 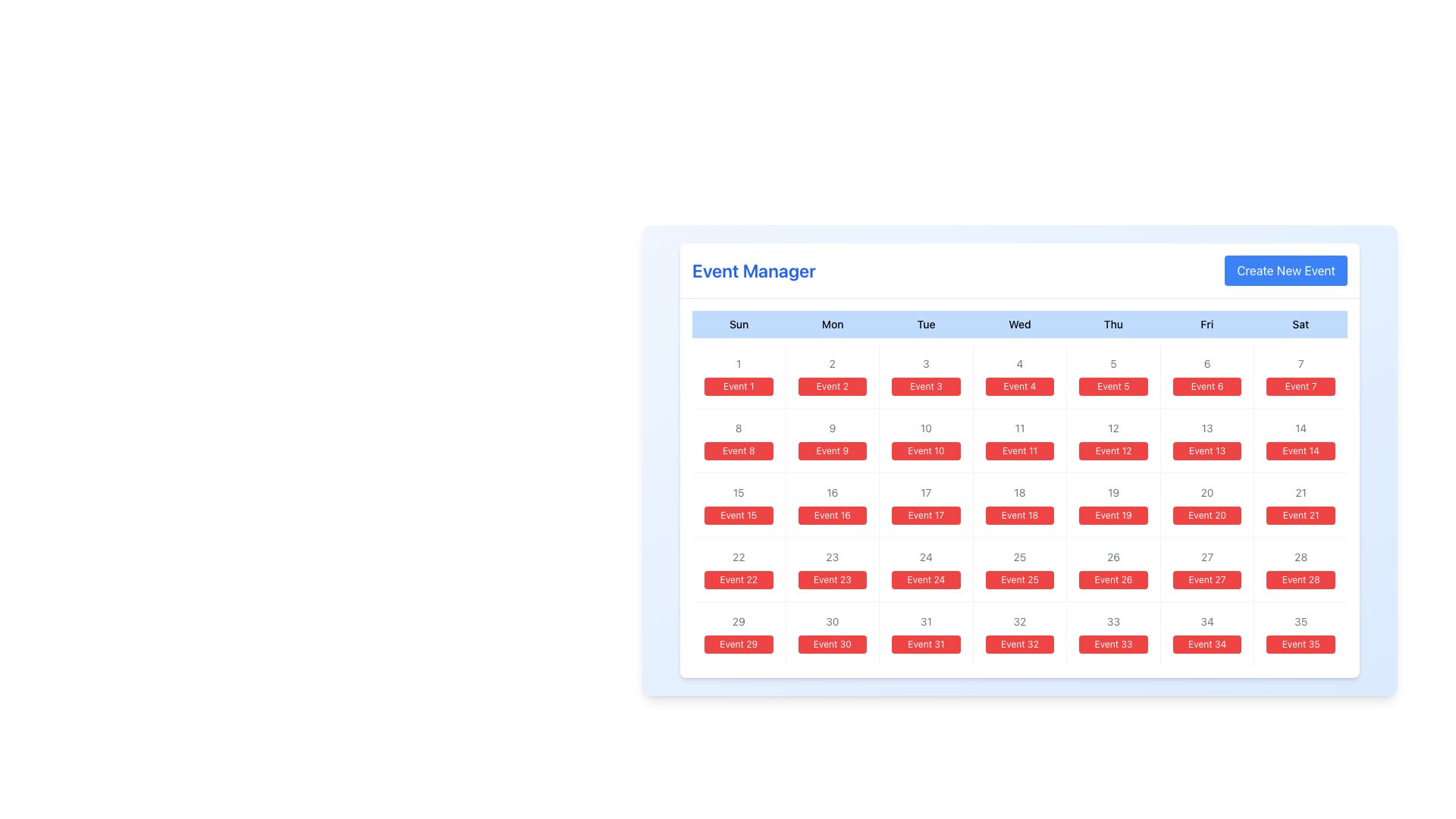 I want to click on the sixth grid cell in the fourth row of the calendar interface, which has a white background, rounded corners, and contains the text 'Event 20', so click(x=1207, y=505).